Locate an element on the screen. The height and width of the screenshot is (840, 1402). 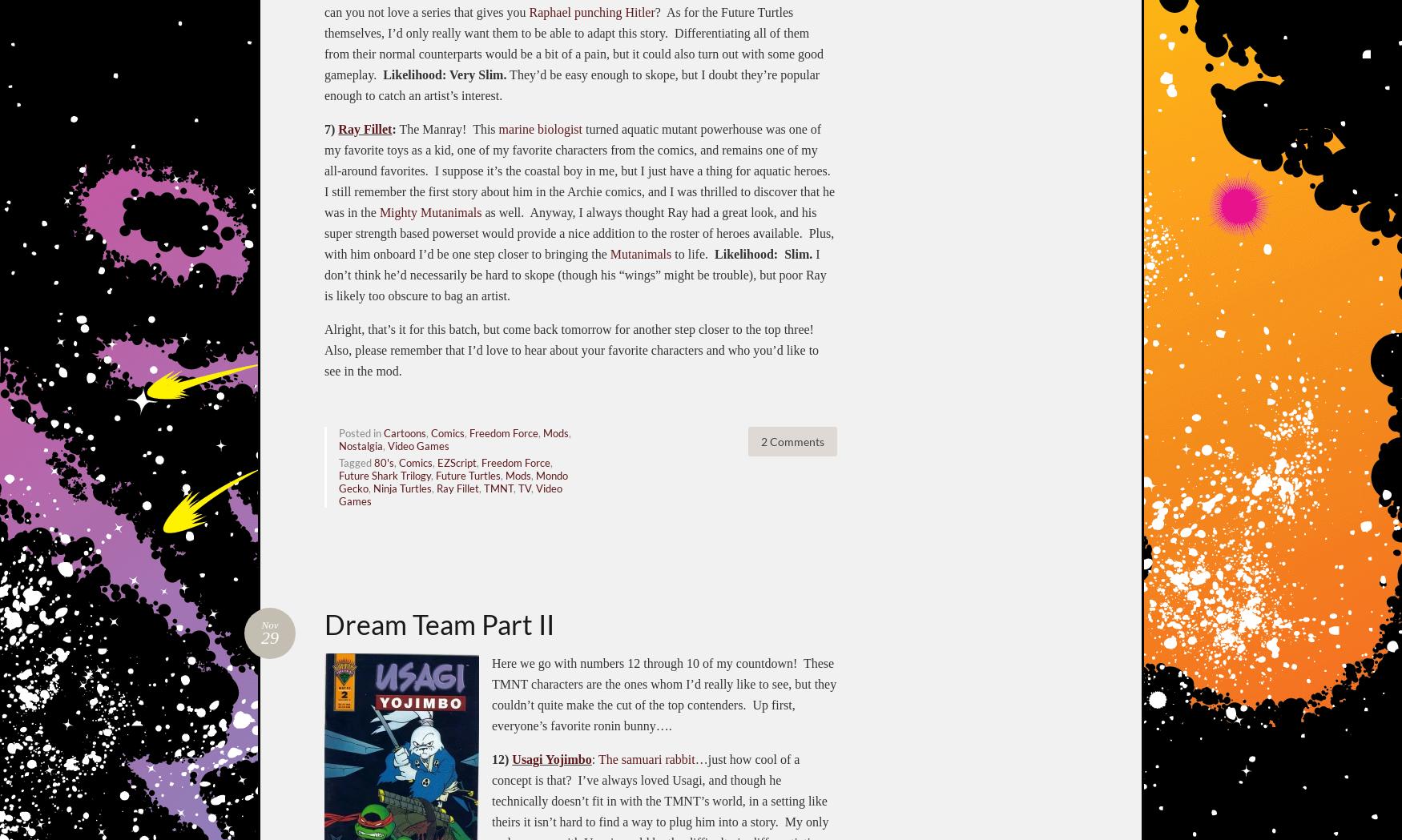
'Mighty Mutanimals' is located at coordinates (429, 211).